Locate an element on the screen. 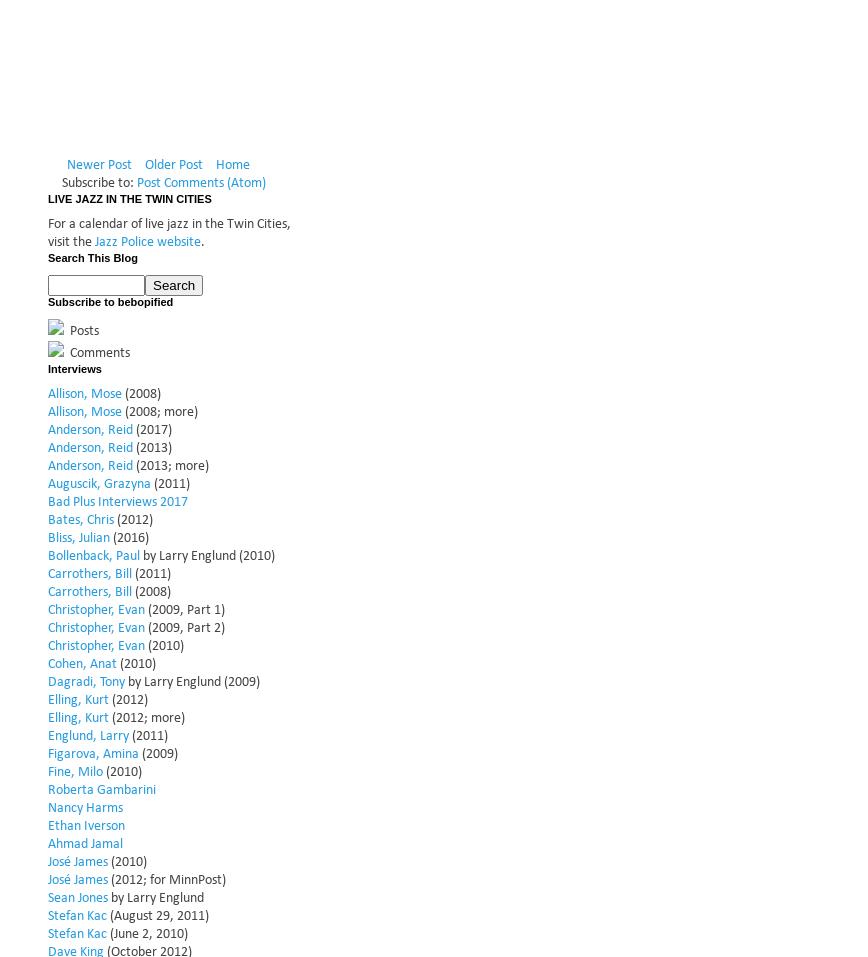 The height and width of the screenshot is (957, 868). 'Post Comments (Atom)' is located at coordinates (201, 182).